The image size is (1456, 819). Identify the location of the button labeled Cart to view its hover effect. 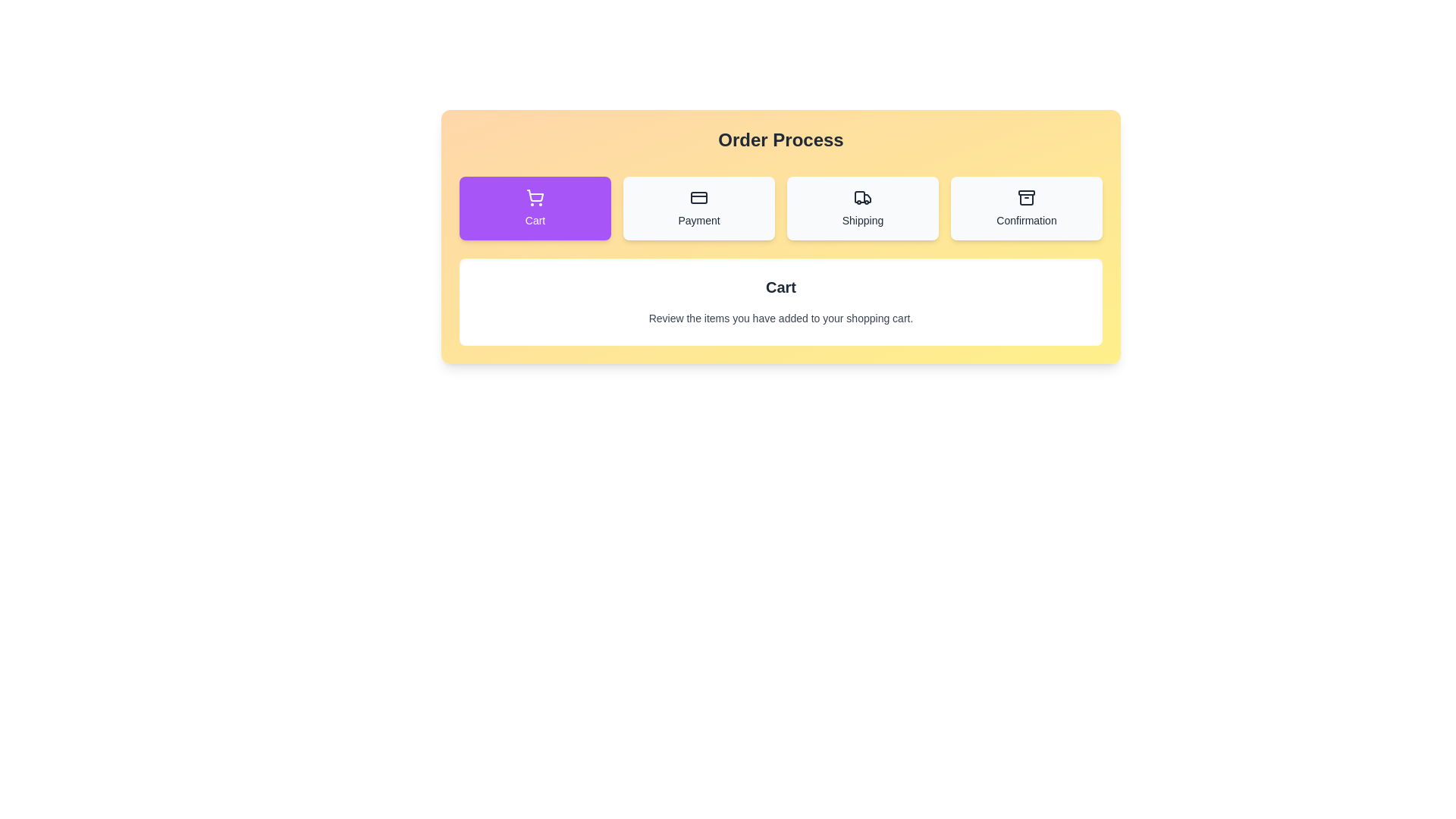
(535, 208).